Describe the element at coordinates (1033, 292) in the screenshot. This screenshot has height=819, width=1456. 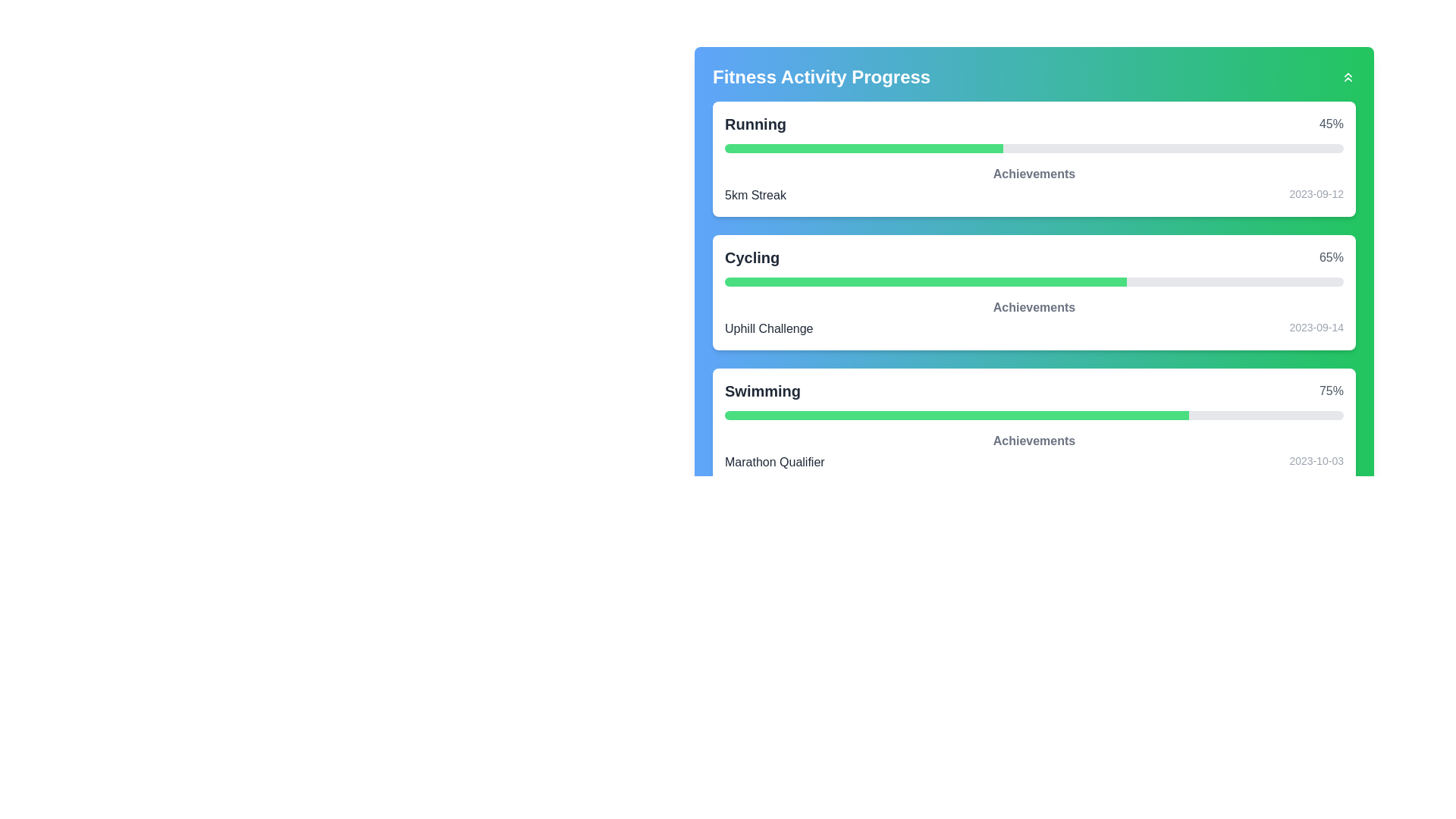
I see `the progress bar or text section of the 'Cycling' activity status overview card, which is the second card in a vertical list of activity cards` at that location.